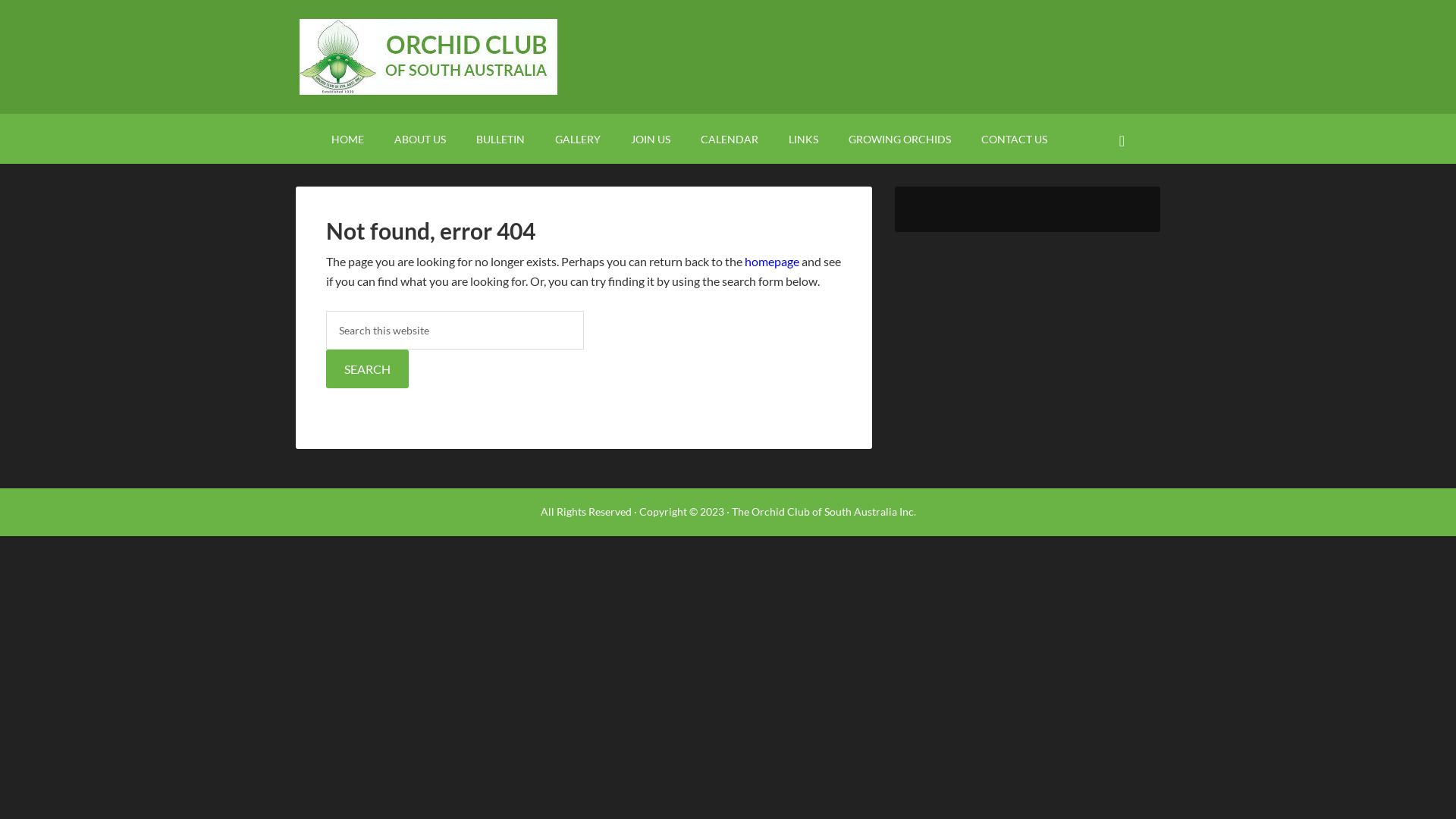 The height and width of the screenshot is (819, 1456). What do you see at coordinates (1139, 128) in the screenshot?
I see `'Search'` at bounding box center [1139, 128].